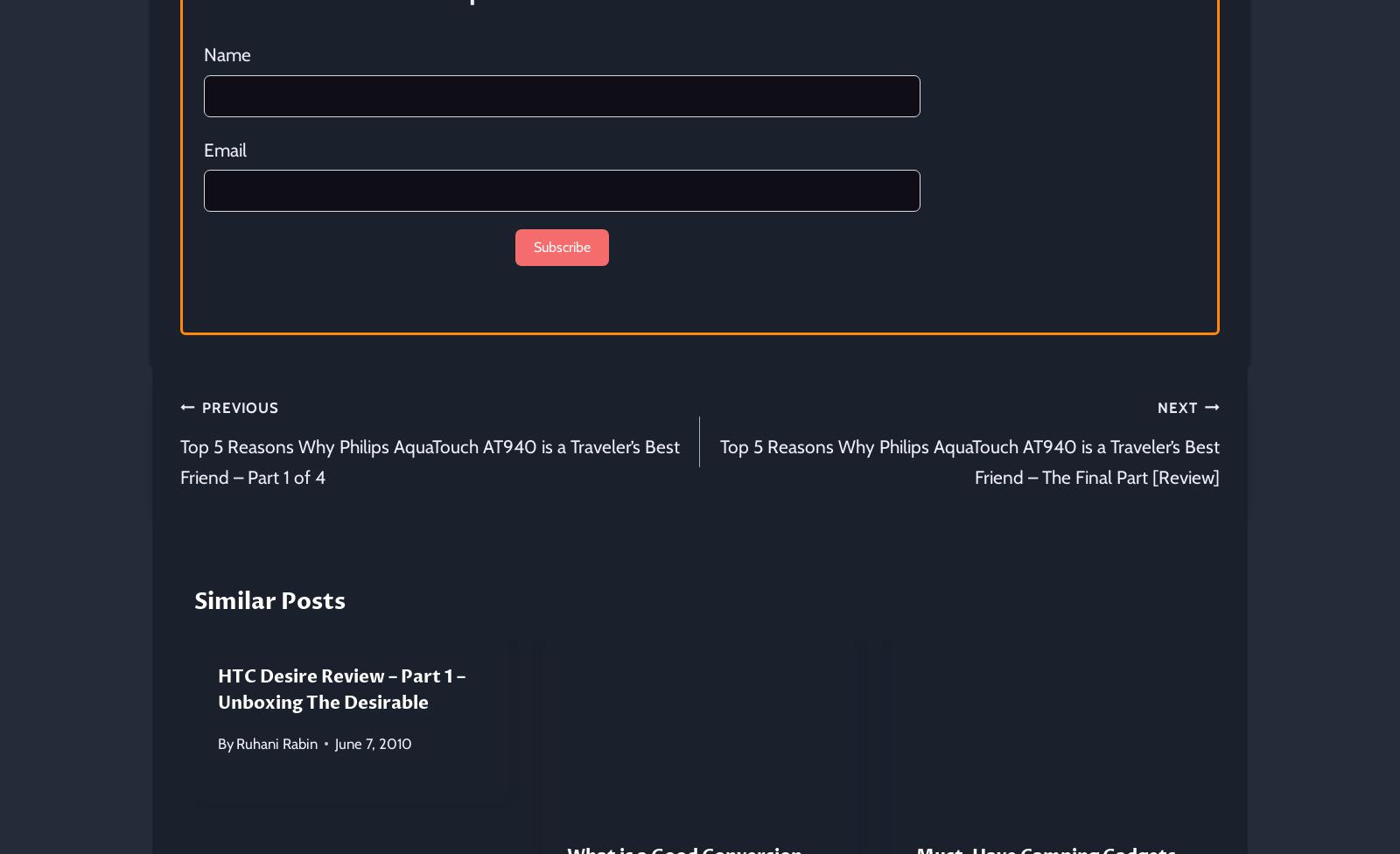 Image resolution: width=1400 pixels, height=854 pixels. What do you see at coordinates (532, 246) in the screenshot?
I see `'Subscribe'` at bounding box center [532, 246].